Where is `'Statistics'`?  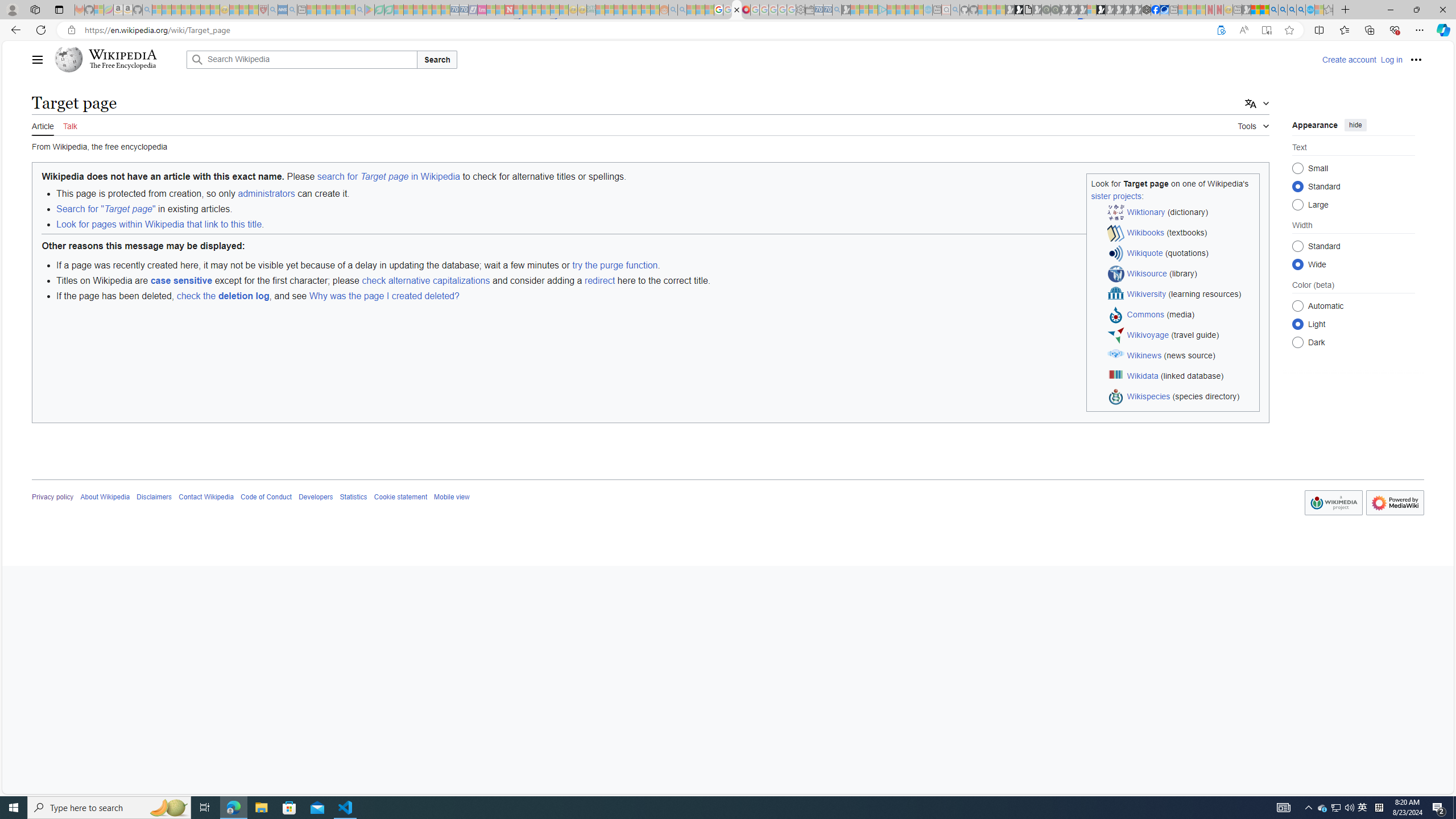
'Statistics' is located at coordinates (352, 497).